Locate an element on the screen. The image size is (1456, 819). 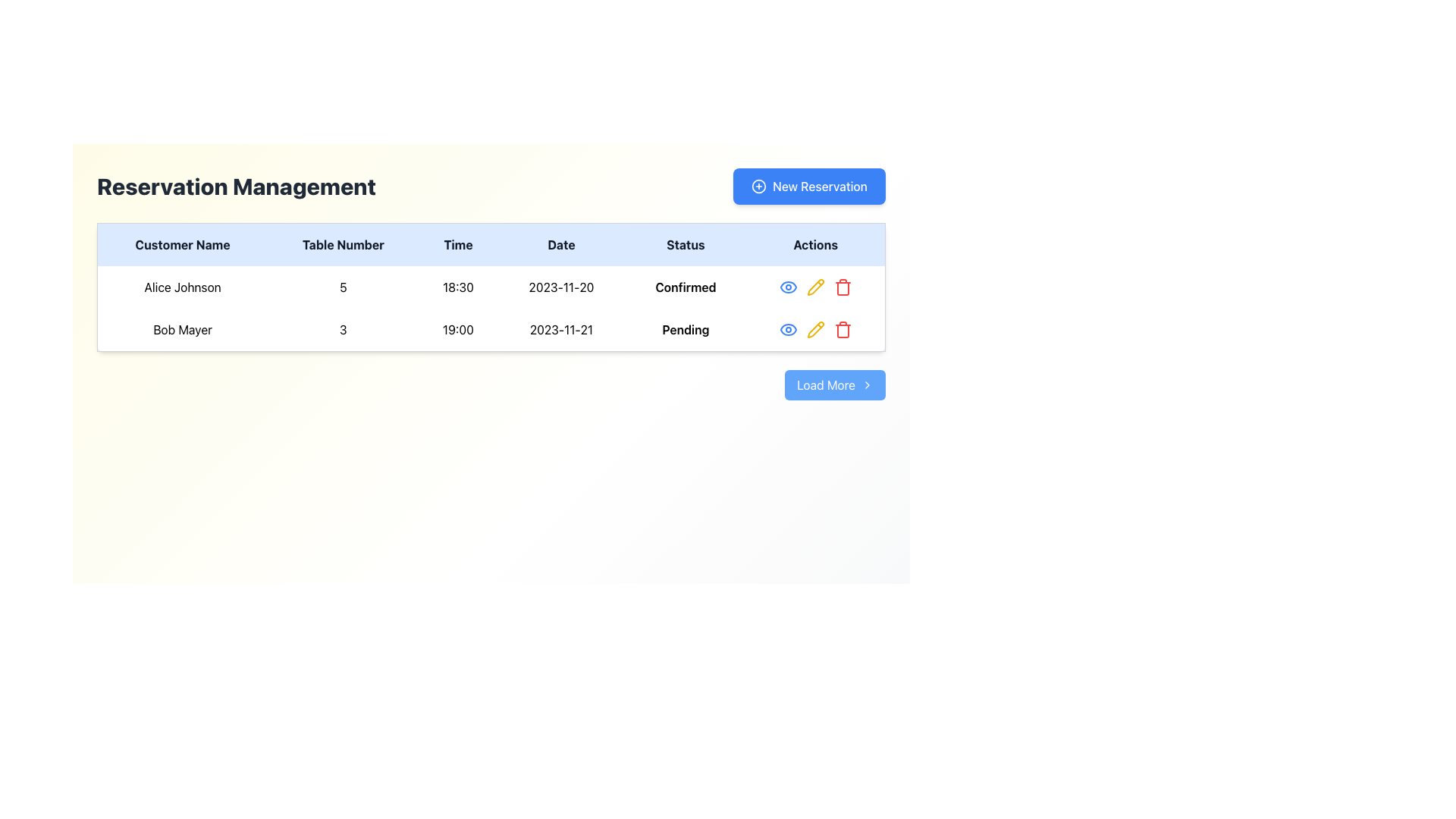
the text displaying the scheduled time for the reservation record located in the 'Time' column of the second row of the table is located at coordinates (457, 329).